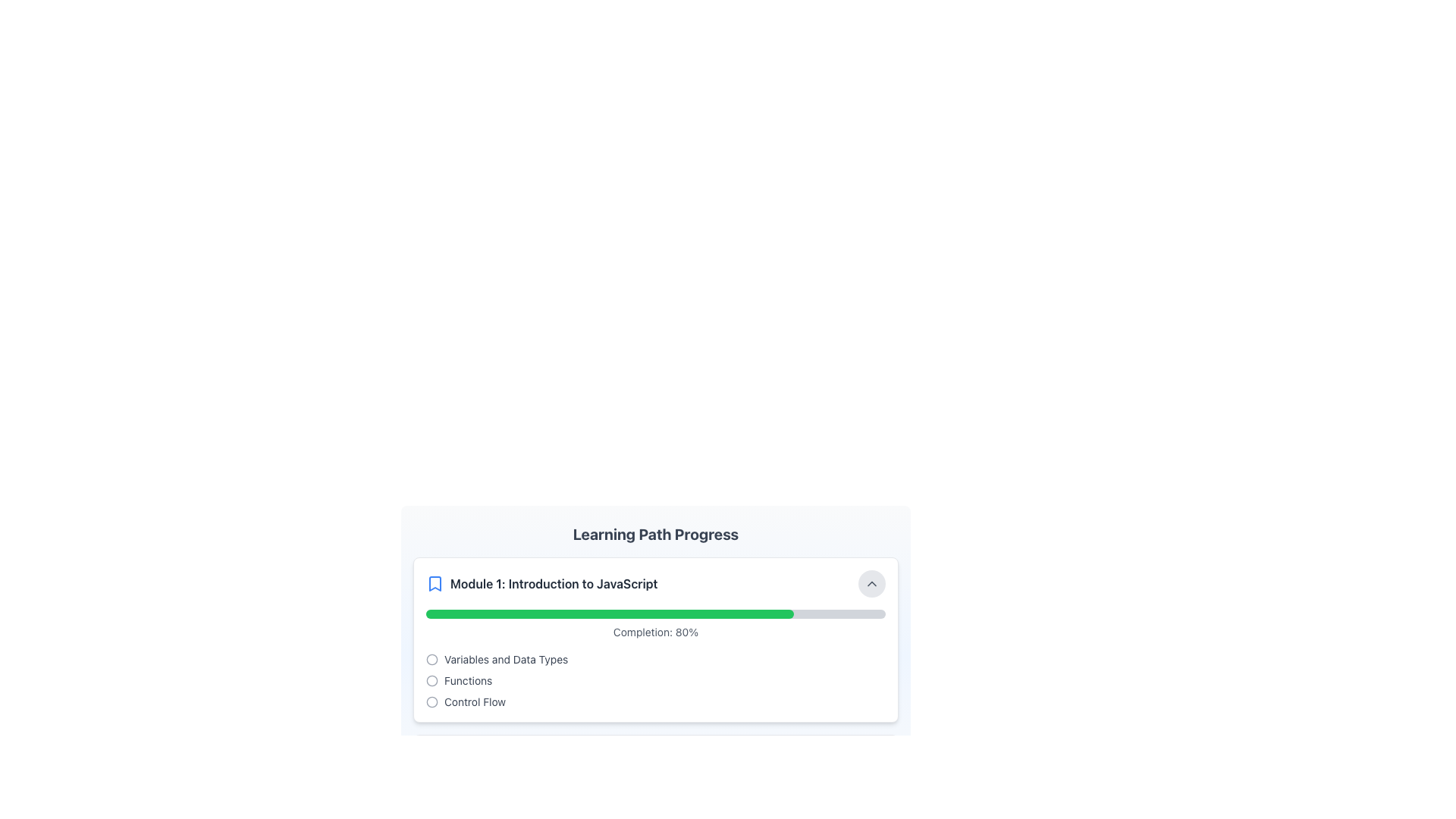  Describe the element at coordinates (431, 680) in the screenshot. I see `properties of the hollow gray circle representing an inactive state within the 'Functions' entry of 'Module 1: Introduction to JavaScript' by clicking on it` at that location.